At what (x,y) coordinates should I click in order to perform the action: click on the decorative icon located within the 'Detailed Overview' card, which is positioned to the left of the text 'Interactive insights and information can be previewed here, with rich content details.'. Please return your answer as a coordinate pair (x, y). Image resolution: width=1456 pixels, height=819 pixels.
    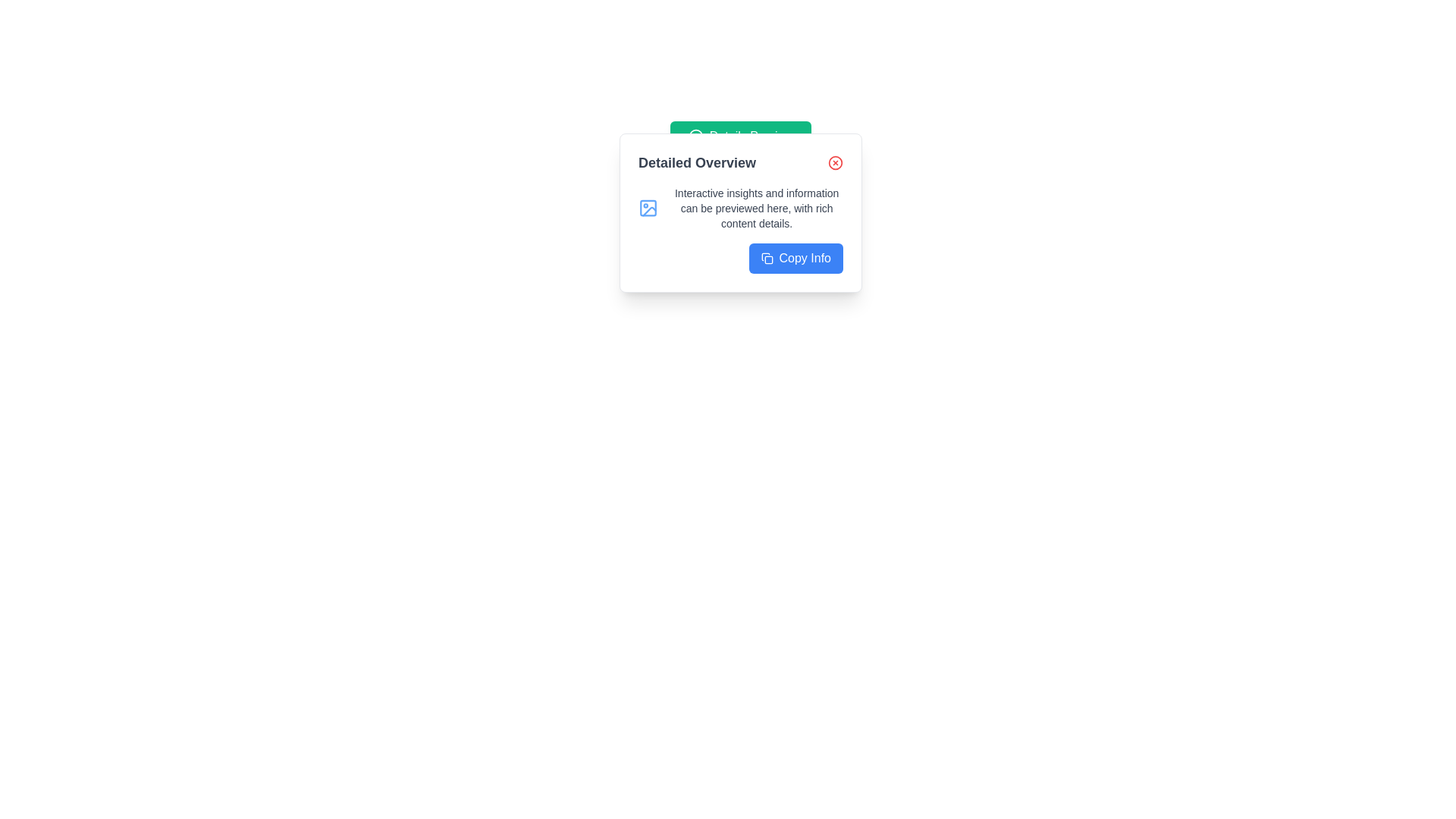
    Looking at the image, I should click on (648, 208).